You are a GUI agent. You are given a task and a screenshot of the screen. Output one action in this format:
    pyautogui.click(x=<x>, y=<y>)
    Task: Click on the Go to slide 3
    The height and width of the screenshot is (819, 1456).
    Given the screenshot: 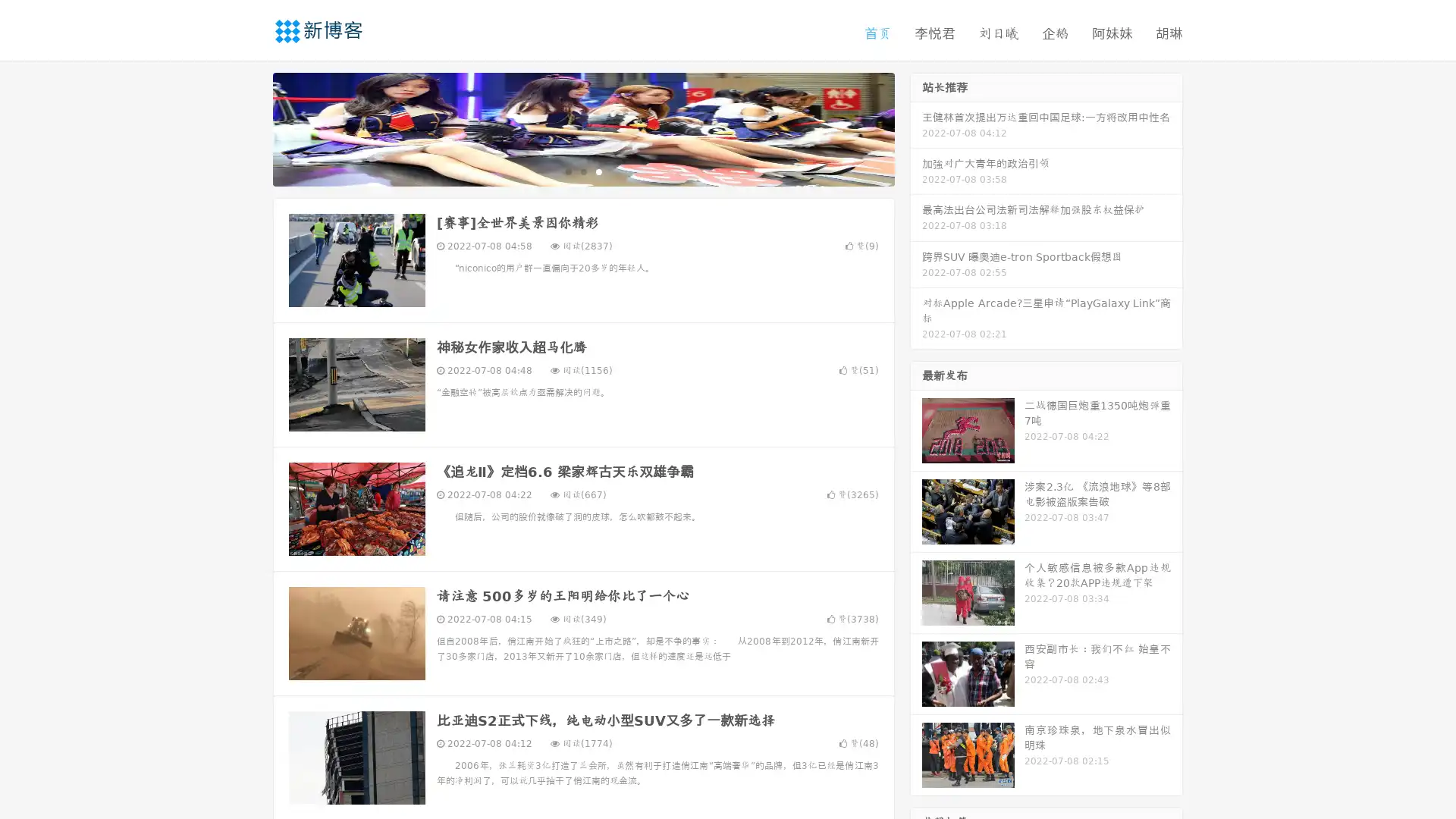 What is the action you would take?
    pyautogui.click(x=598, y=171)
    